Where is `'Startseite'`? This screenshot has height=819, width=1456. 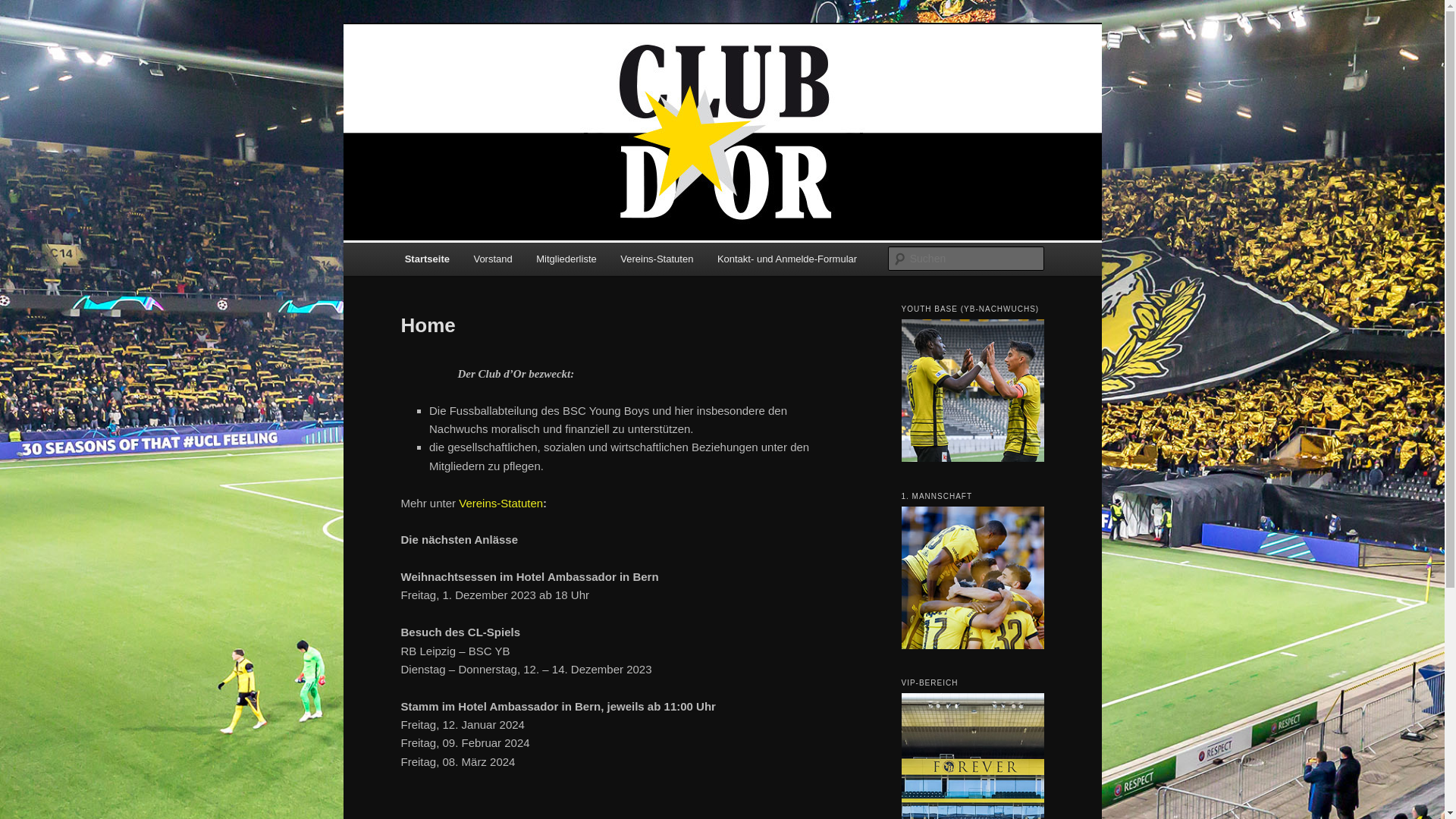 'Startseite' is located at coordinates (426, 258).